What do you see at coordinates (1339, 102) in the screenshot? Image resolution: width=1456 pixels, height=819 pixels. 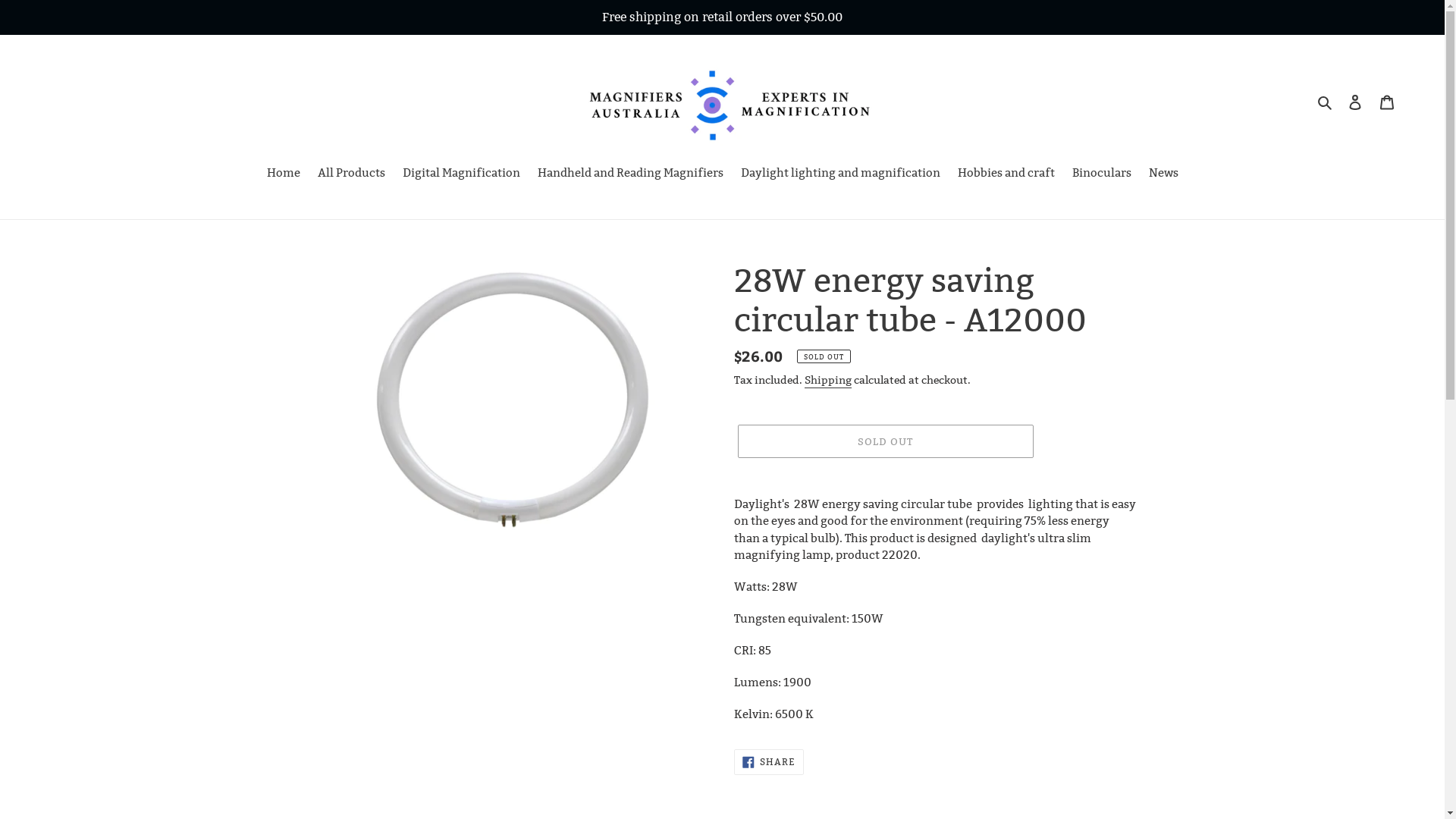 I see `'Log in'` at bounding box center [1339, 102].